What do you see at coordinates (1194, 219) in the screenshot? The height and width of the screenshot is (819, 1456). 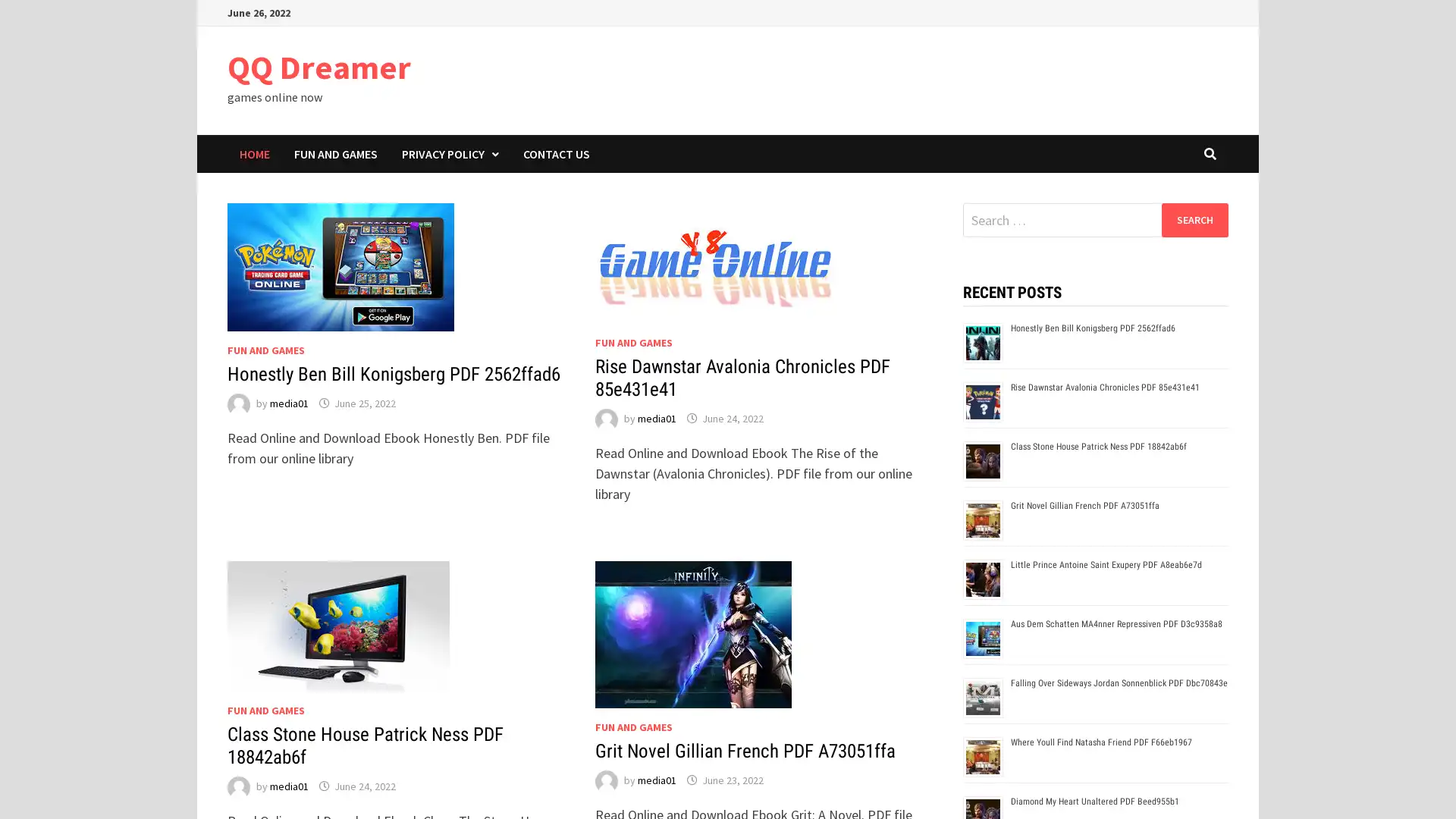 I see `Search` at bounding box center [1194, 219].